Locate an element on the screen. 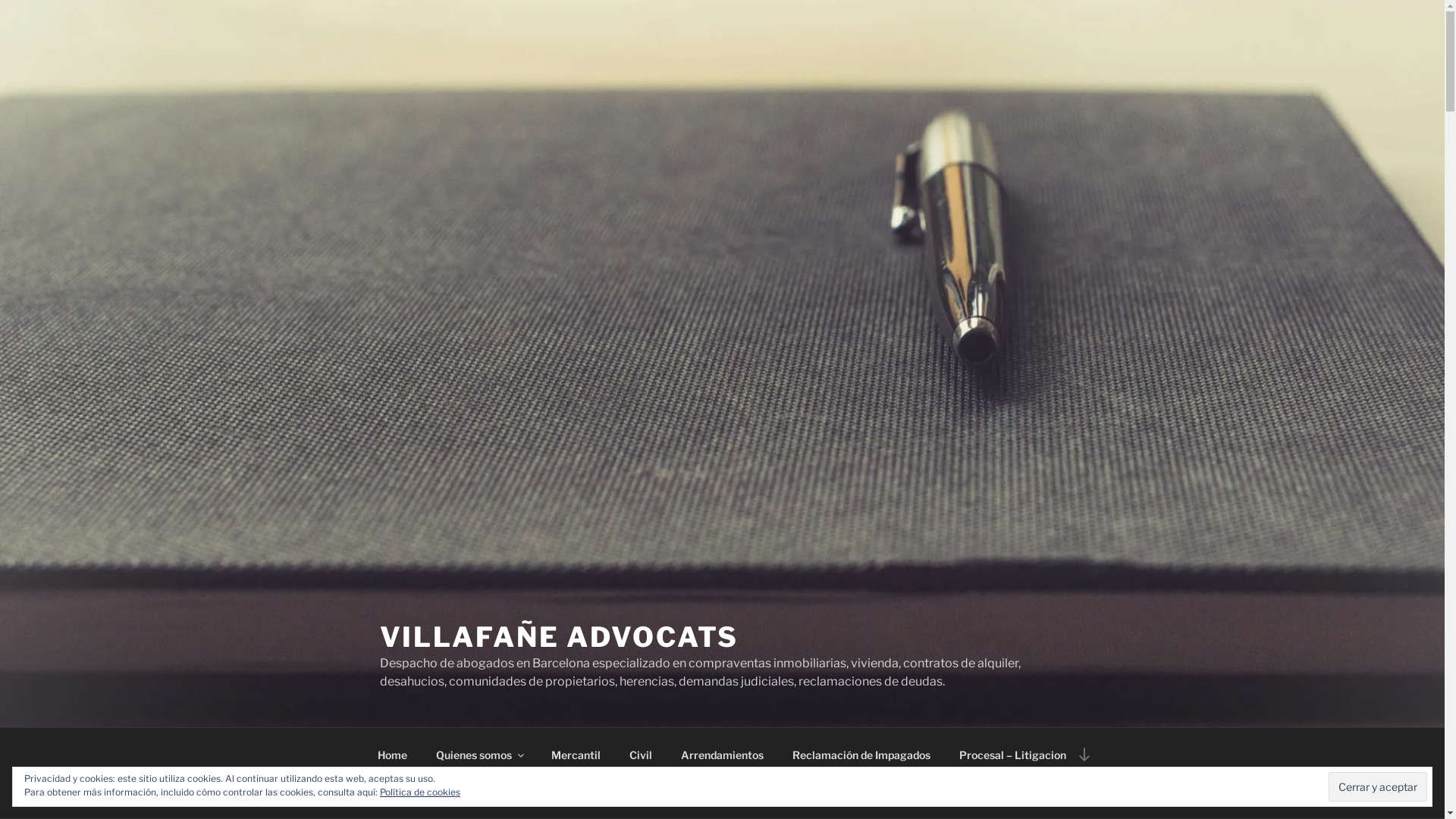 This screenshot has height=819, width=1456. 'Mercantil' is located at coordinates (575, 754).